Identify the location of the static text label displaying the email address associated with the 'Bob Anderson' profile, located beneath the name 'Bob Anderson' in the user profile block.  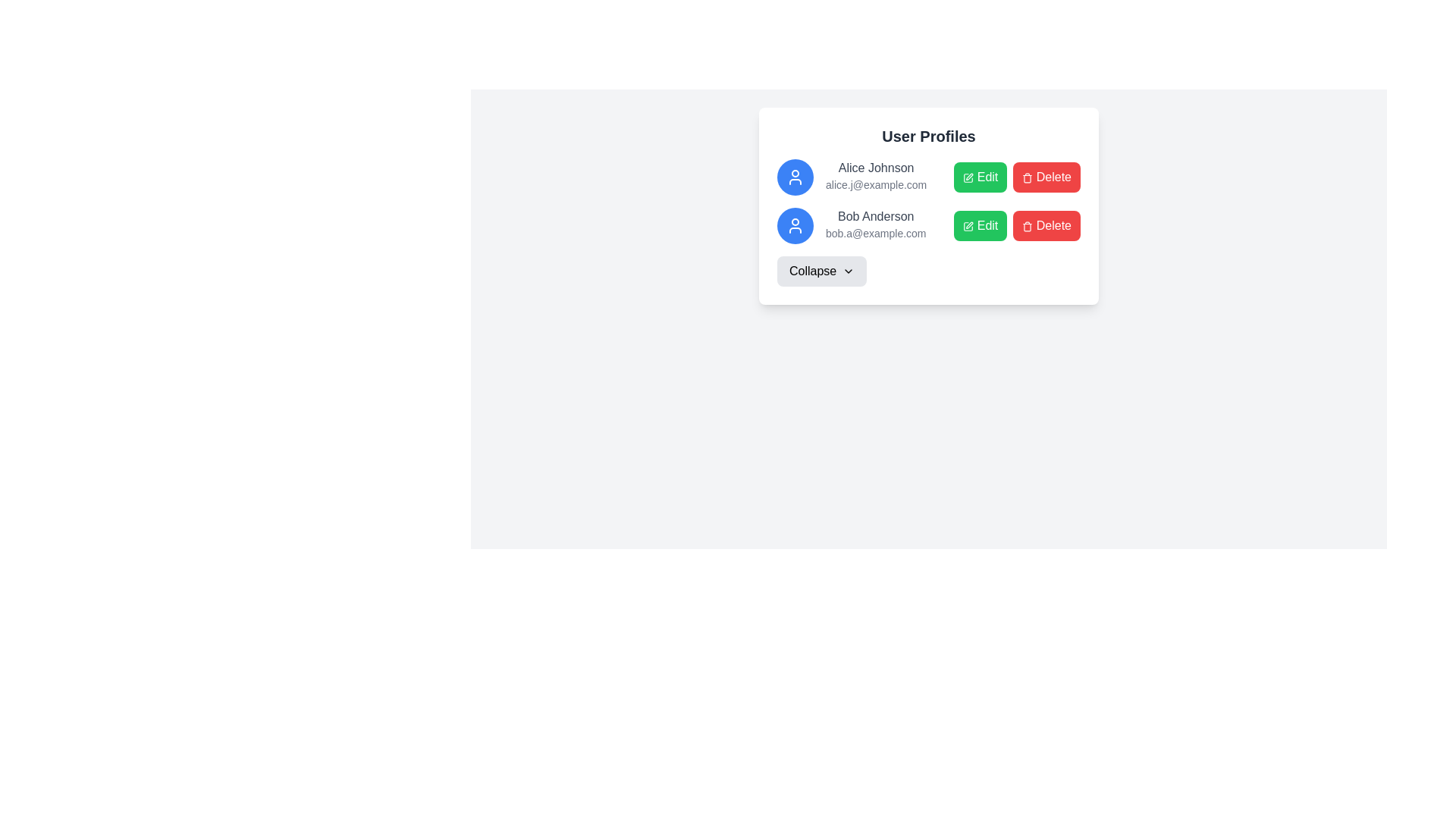
(876, 234).